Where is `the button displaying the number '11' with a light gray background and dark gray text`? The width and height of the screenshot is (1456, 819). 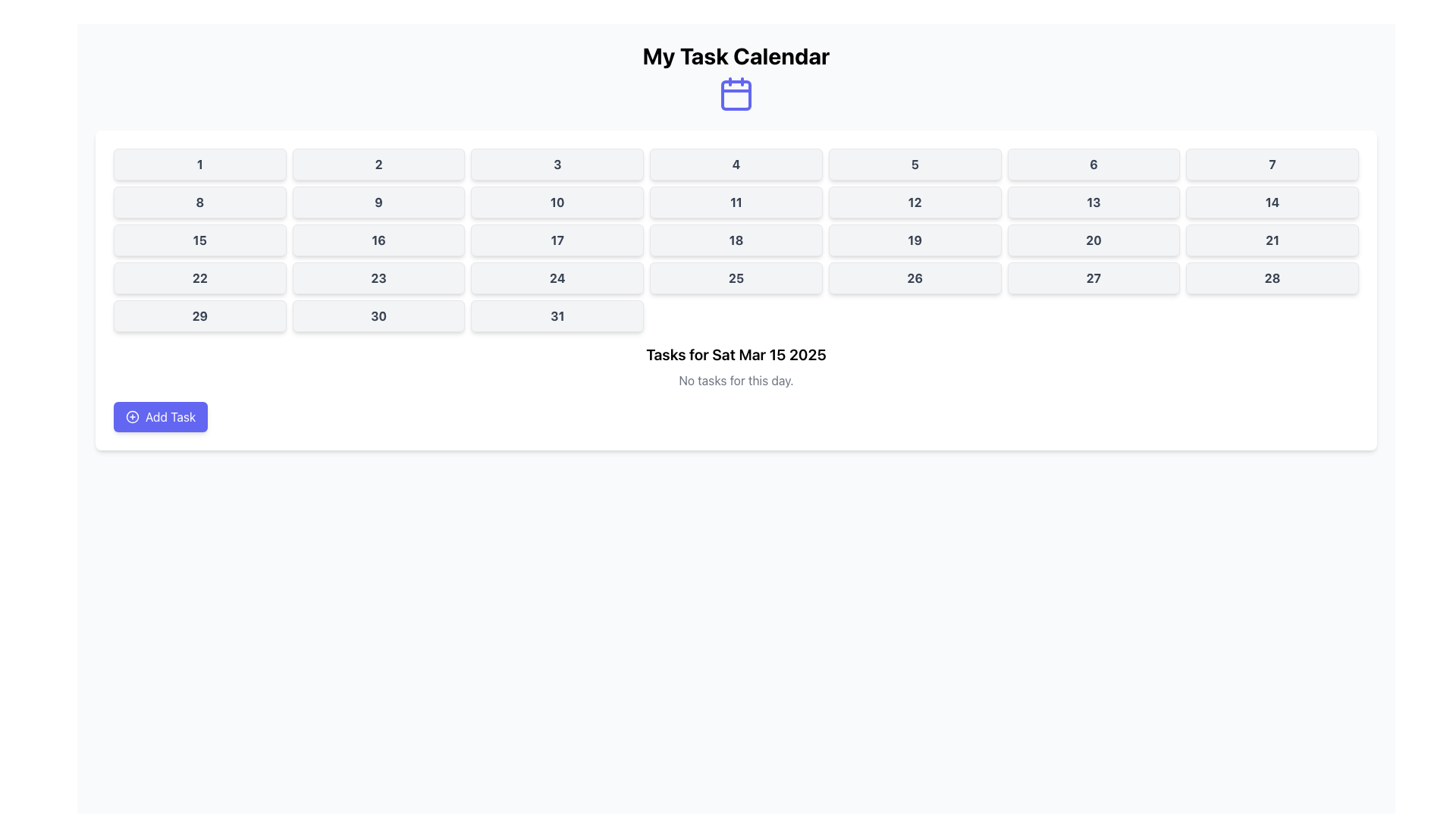 the button displaying the number '11' with a light gray background and dark gray text is located at coordinates (736, 201).